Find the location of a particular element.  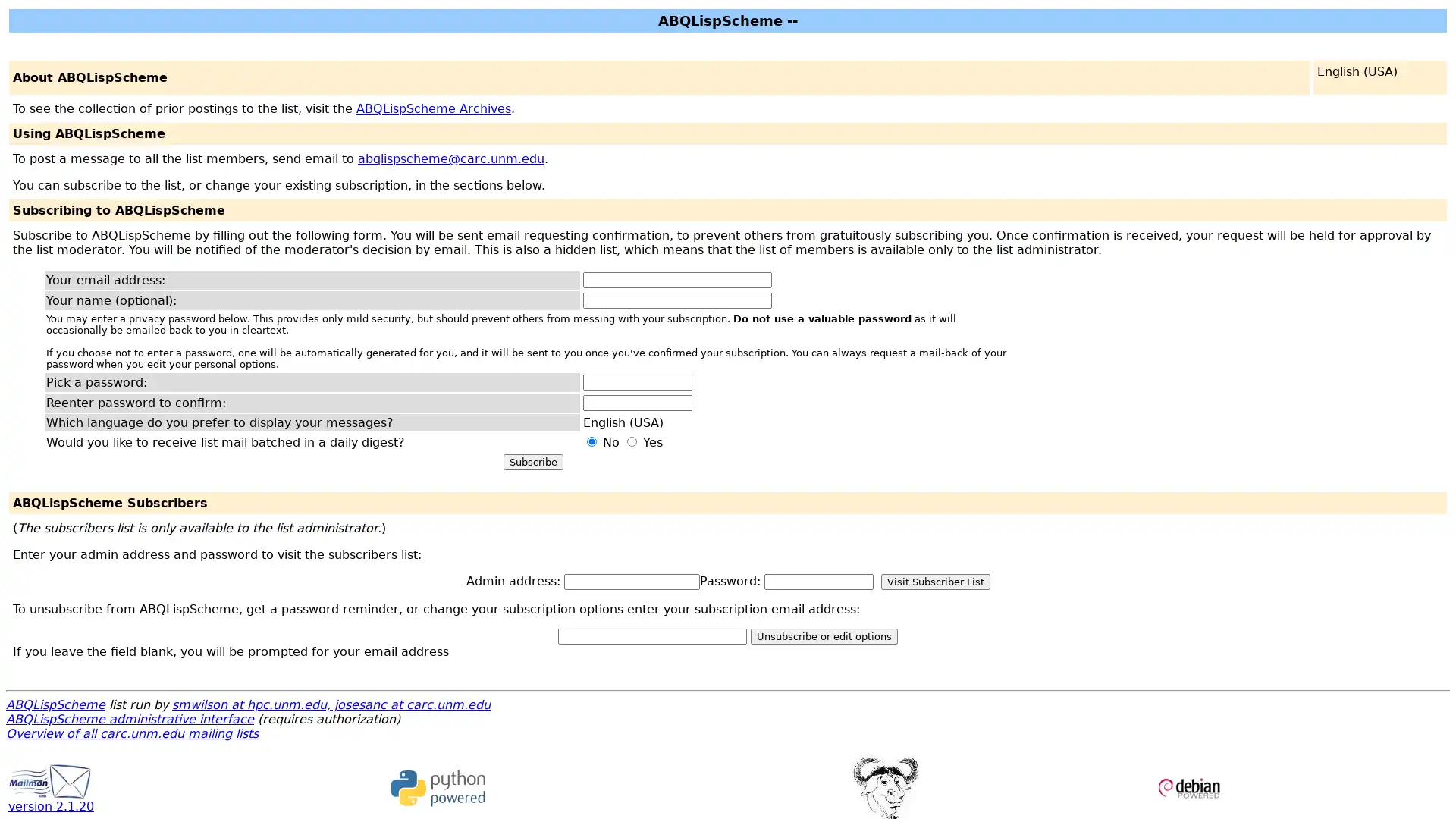

Unsubscribe or edit options is located at coordinates (823, 636).